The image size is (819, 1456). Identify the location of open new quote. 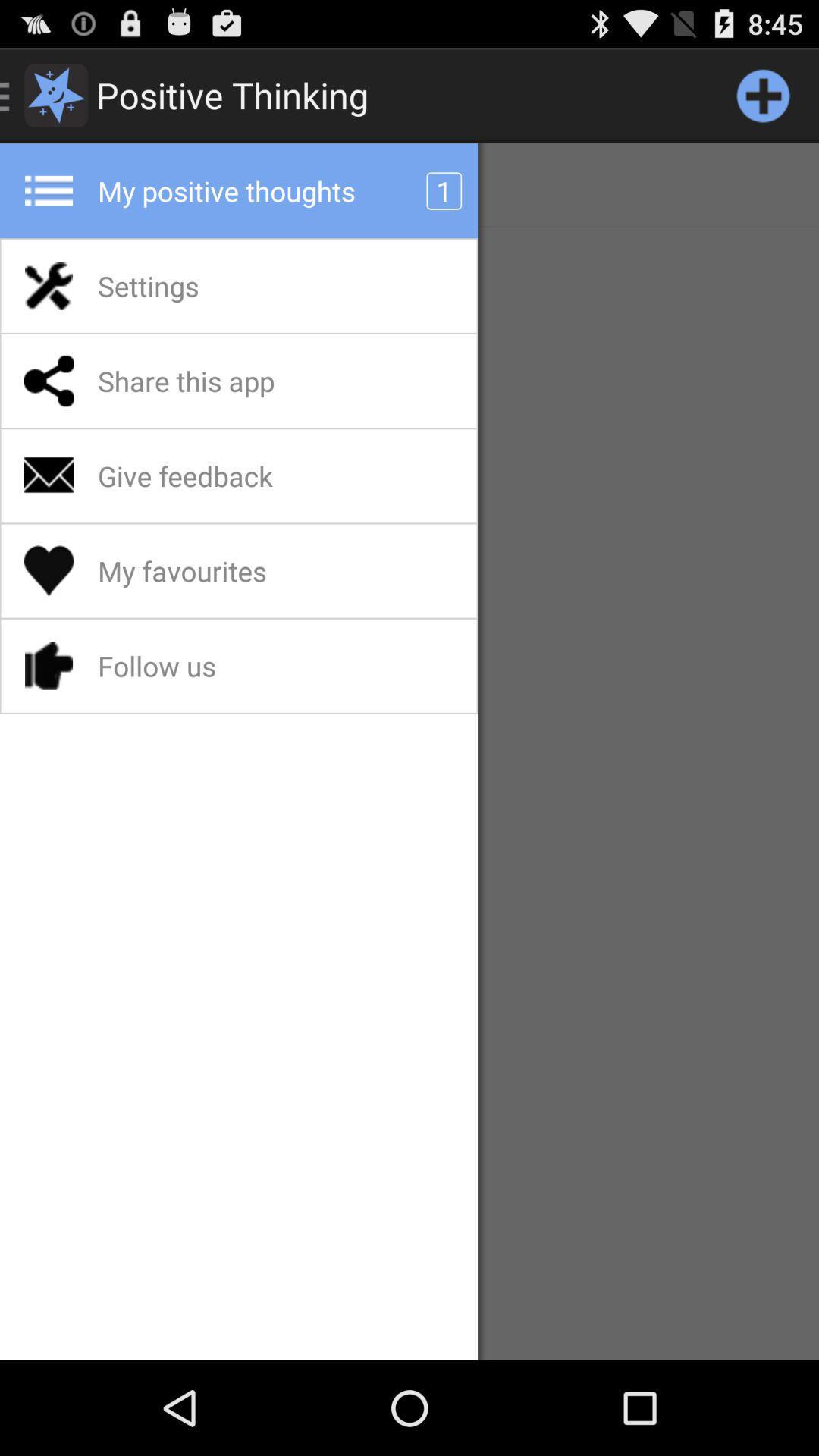
(763, 94).